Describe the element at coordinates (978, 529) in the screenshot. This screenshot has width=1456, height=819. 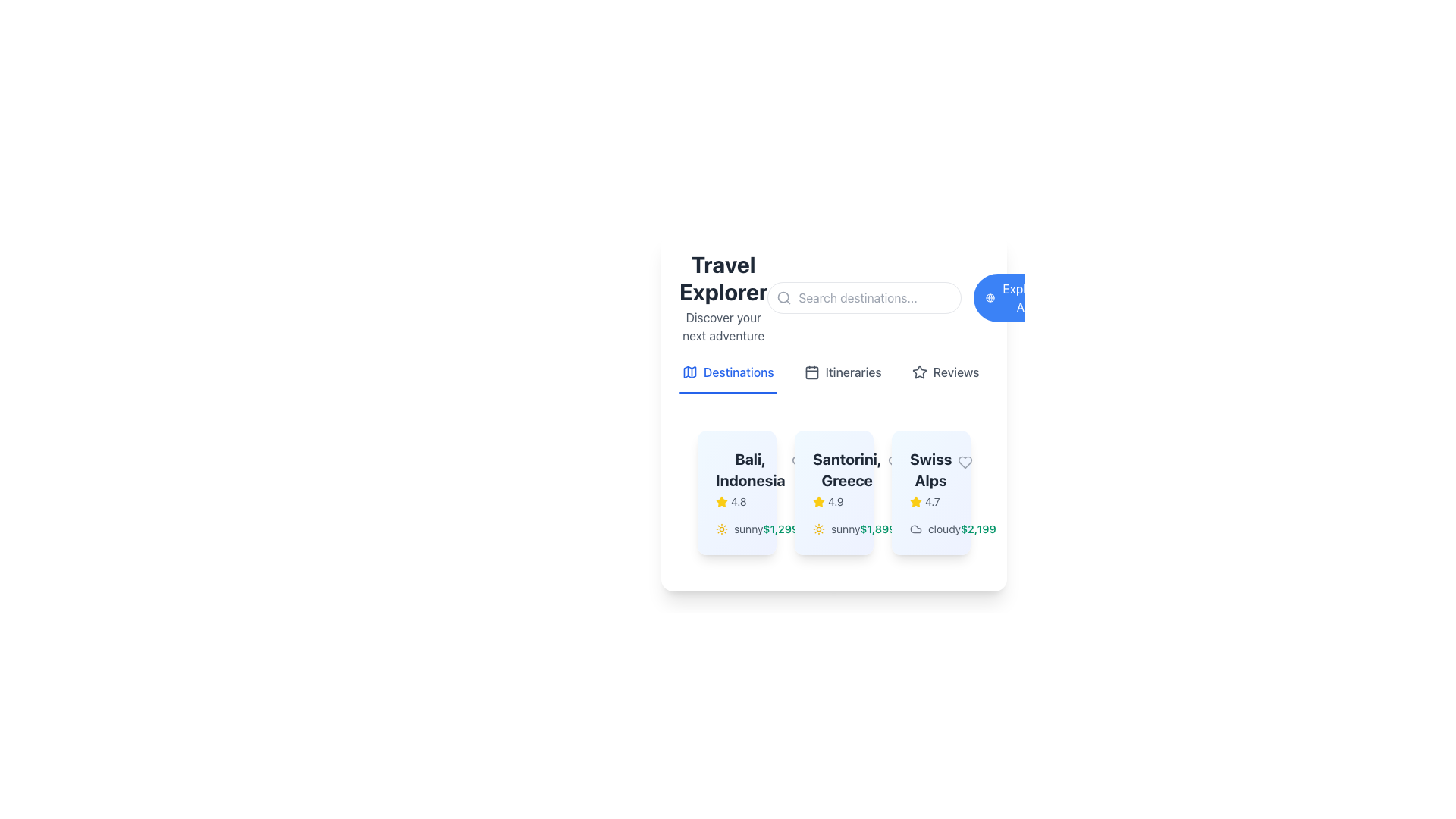
I see `the price text element displaying '$2,199' in bold green, located at the bottom-right corner of the 'Swiss Alps' travel destination card` at that location.